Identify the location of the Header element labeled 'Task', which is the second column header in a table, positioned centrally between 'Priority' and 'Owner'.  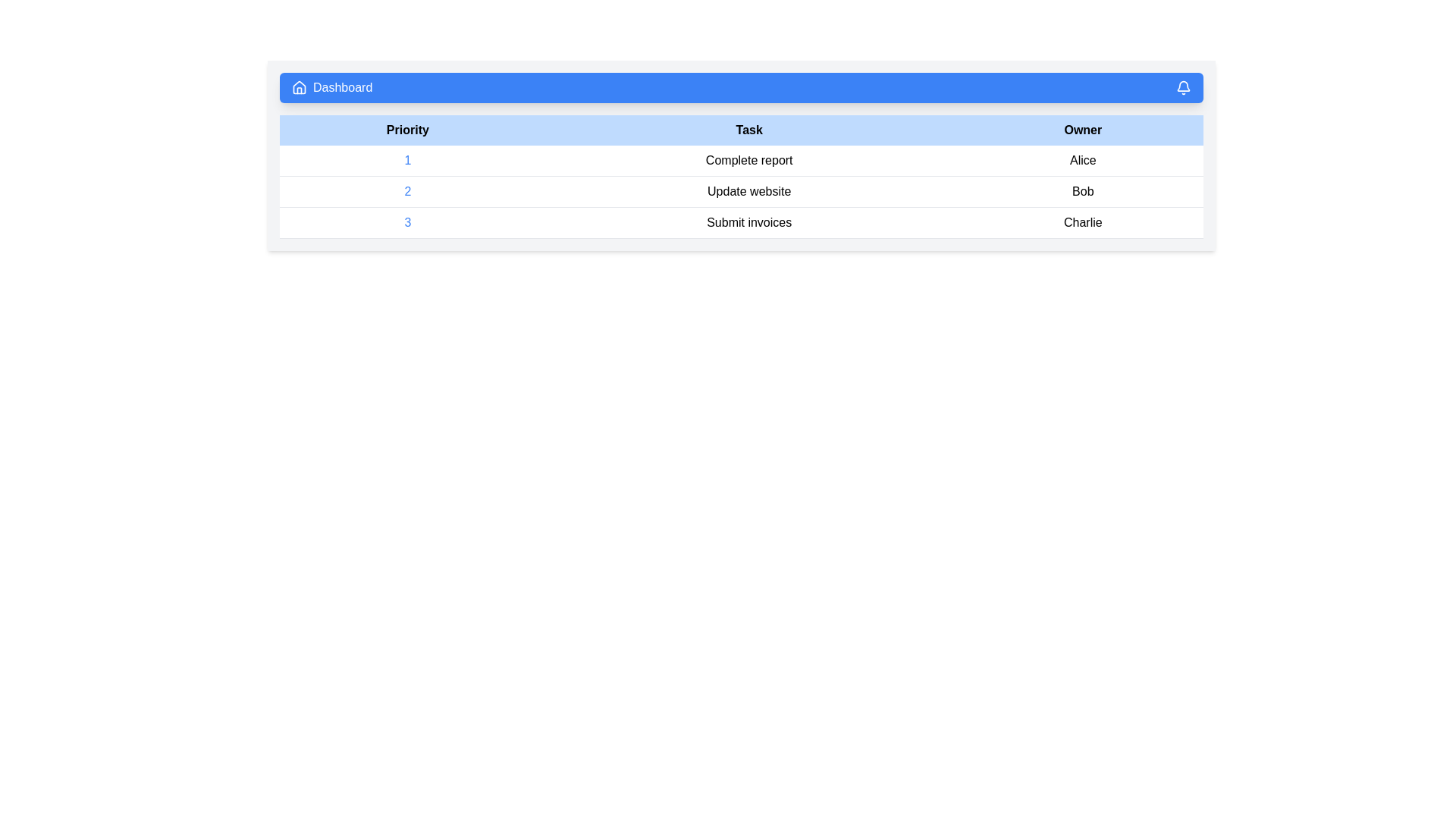
(749, 130).